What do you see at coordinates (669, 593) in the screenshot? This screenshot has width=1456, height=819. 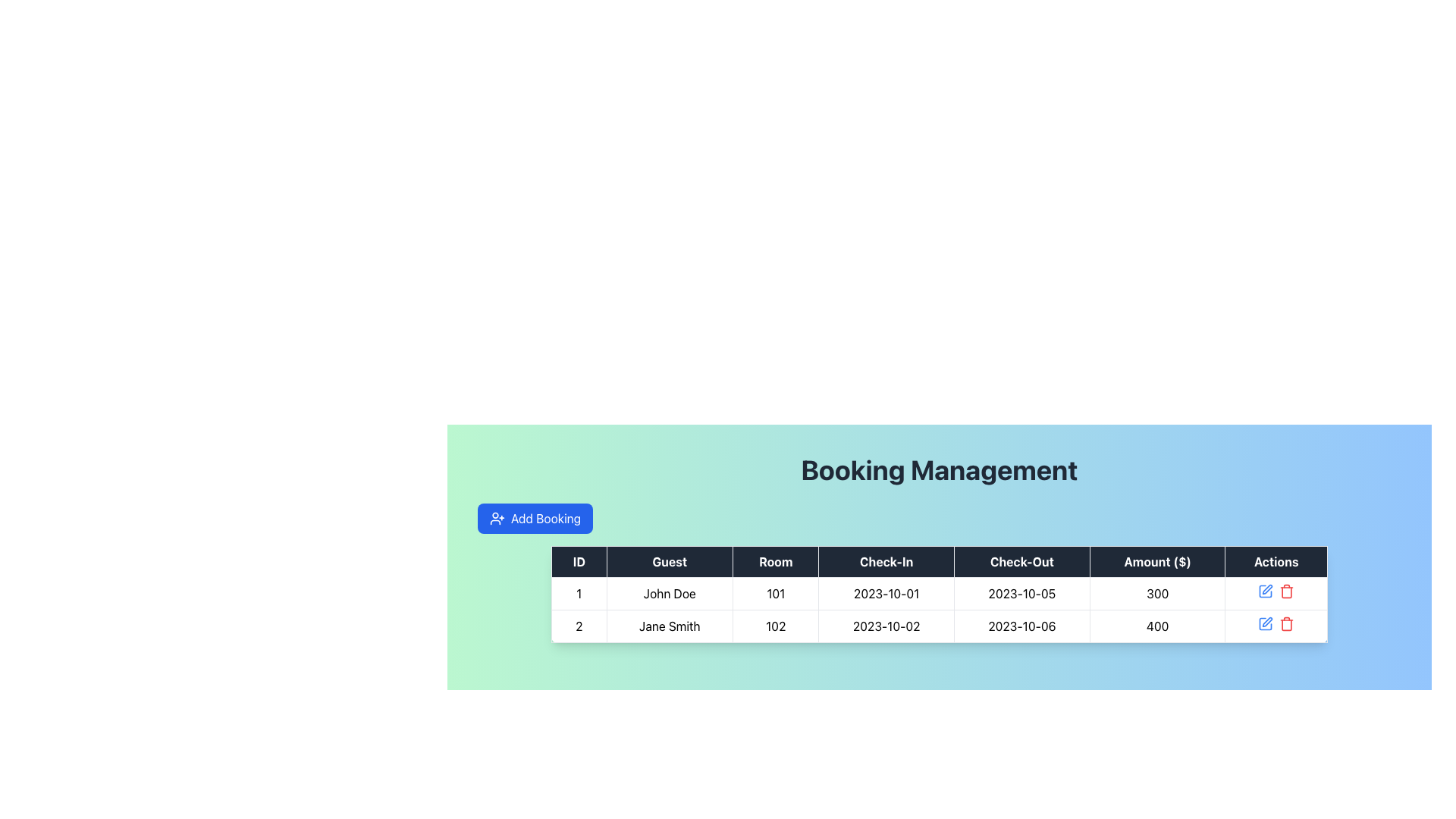 I see `the text label displaying the name of a guest in the booking management table, located in the second column of the first row` at bounding box center [669, 593].